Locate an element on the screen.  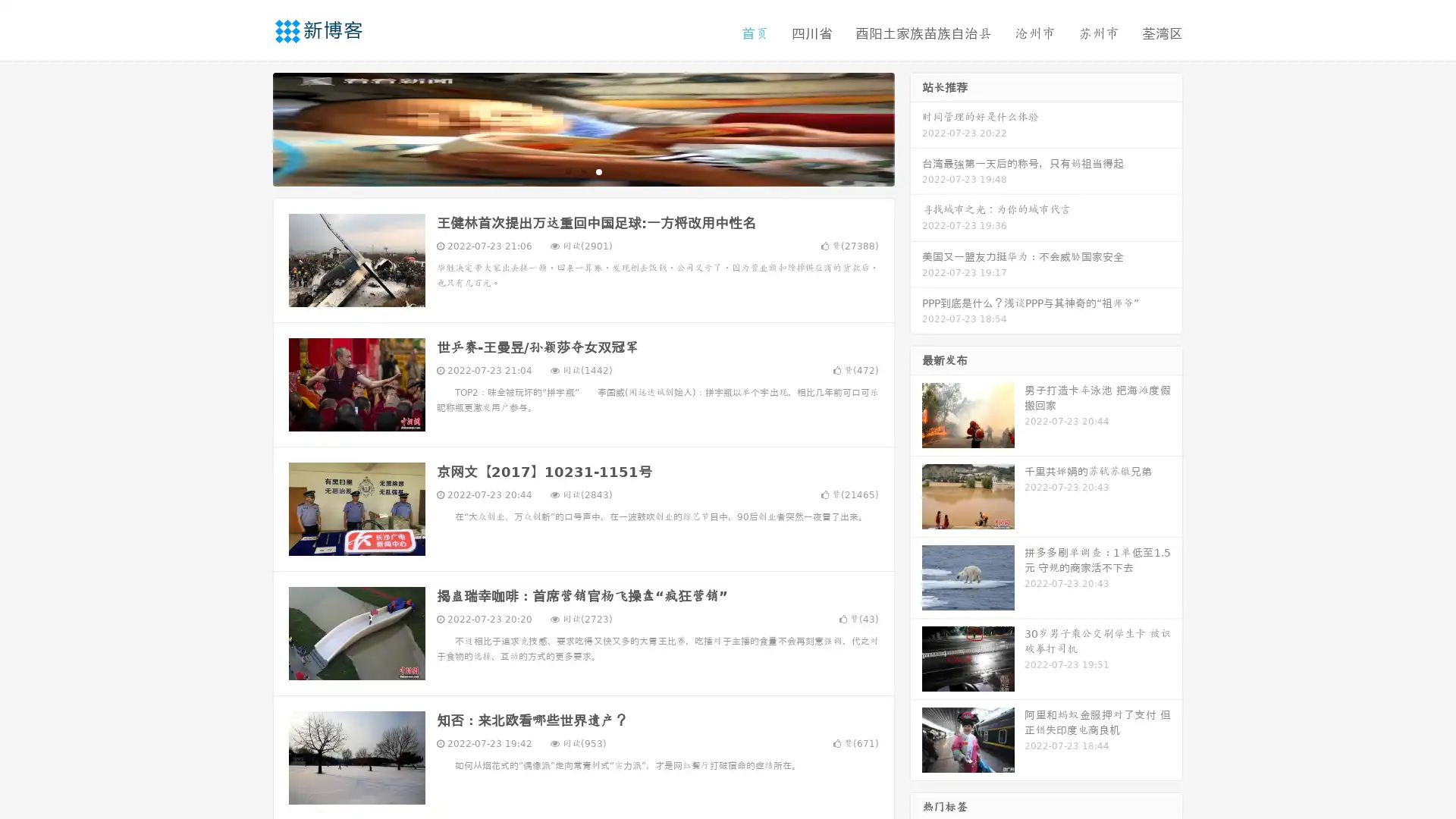
Next slide is located at coordinates (916, 127).